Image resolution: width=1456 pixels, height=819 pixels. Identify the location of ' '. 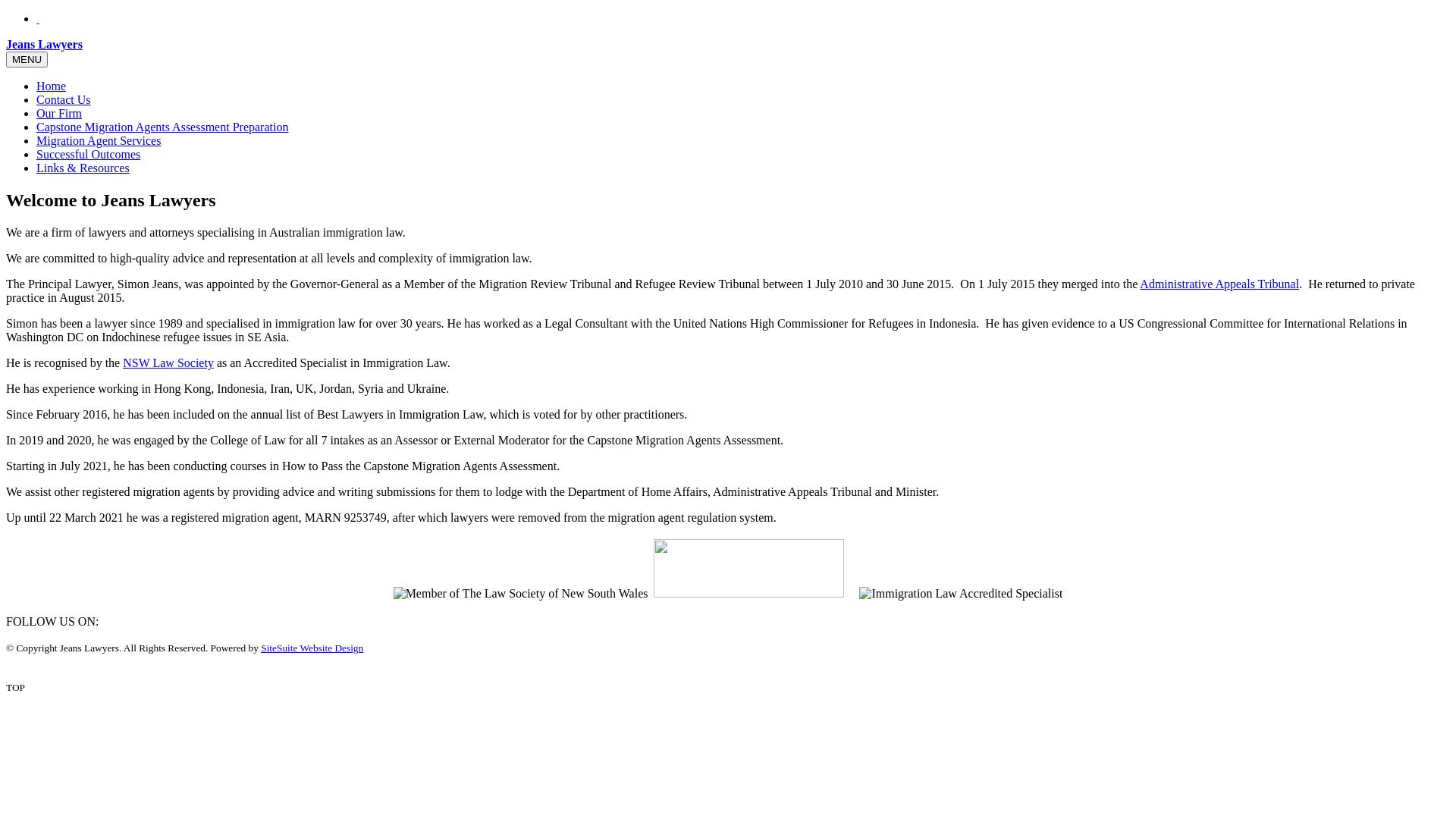
(37, 18).